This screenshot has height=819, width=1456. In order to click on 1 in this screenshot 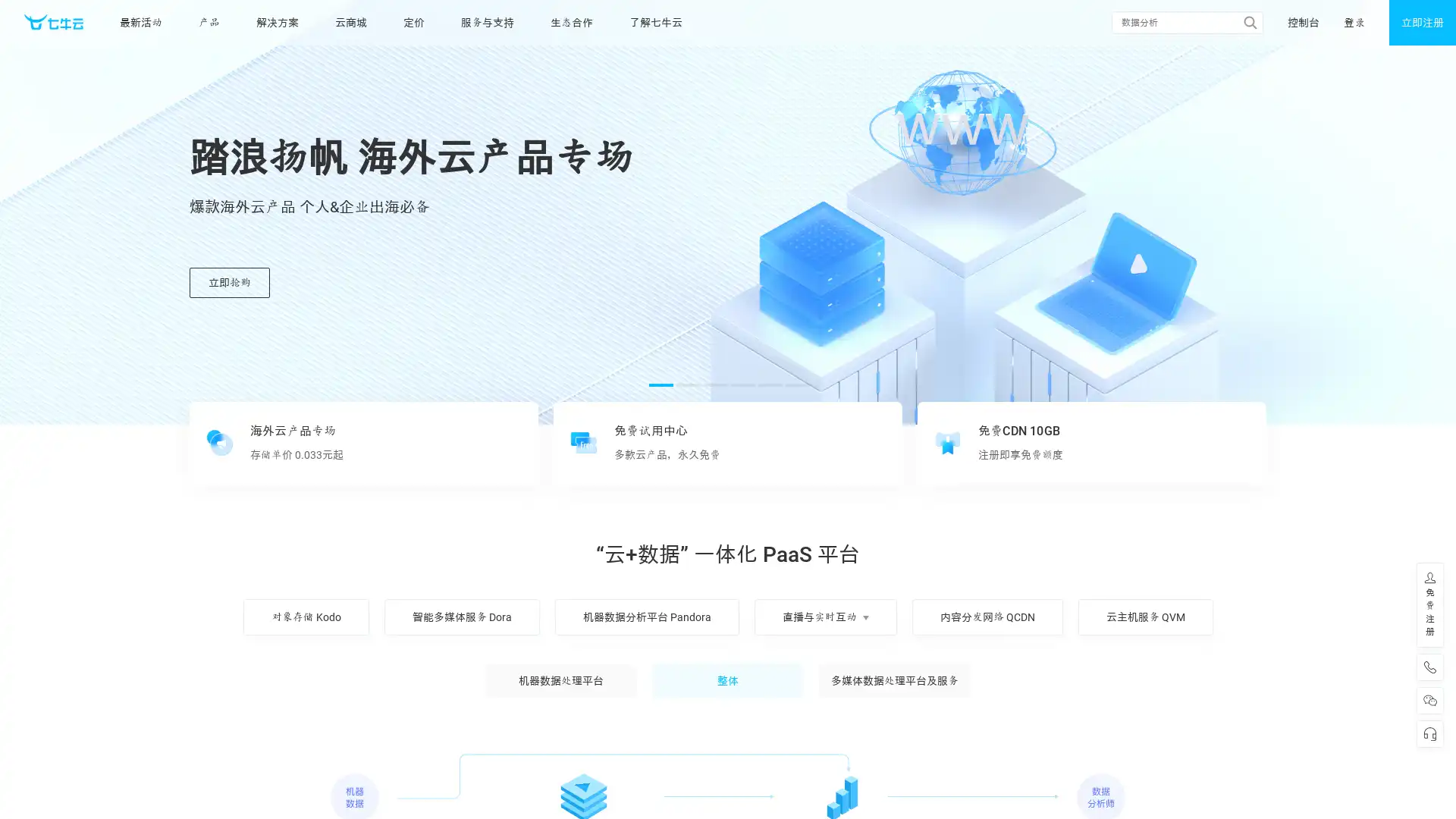, I will do `click(661, 384)`.